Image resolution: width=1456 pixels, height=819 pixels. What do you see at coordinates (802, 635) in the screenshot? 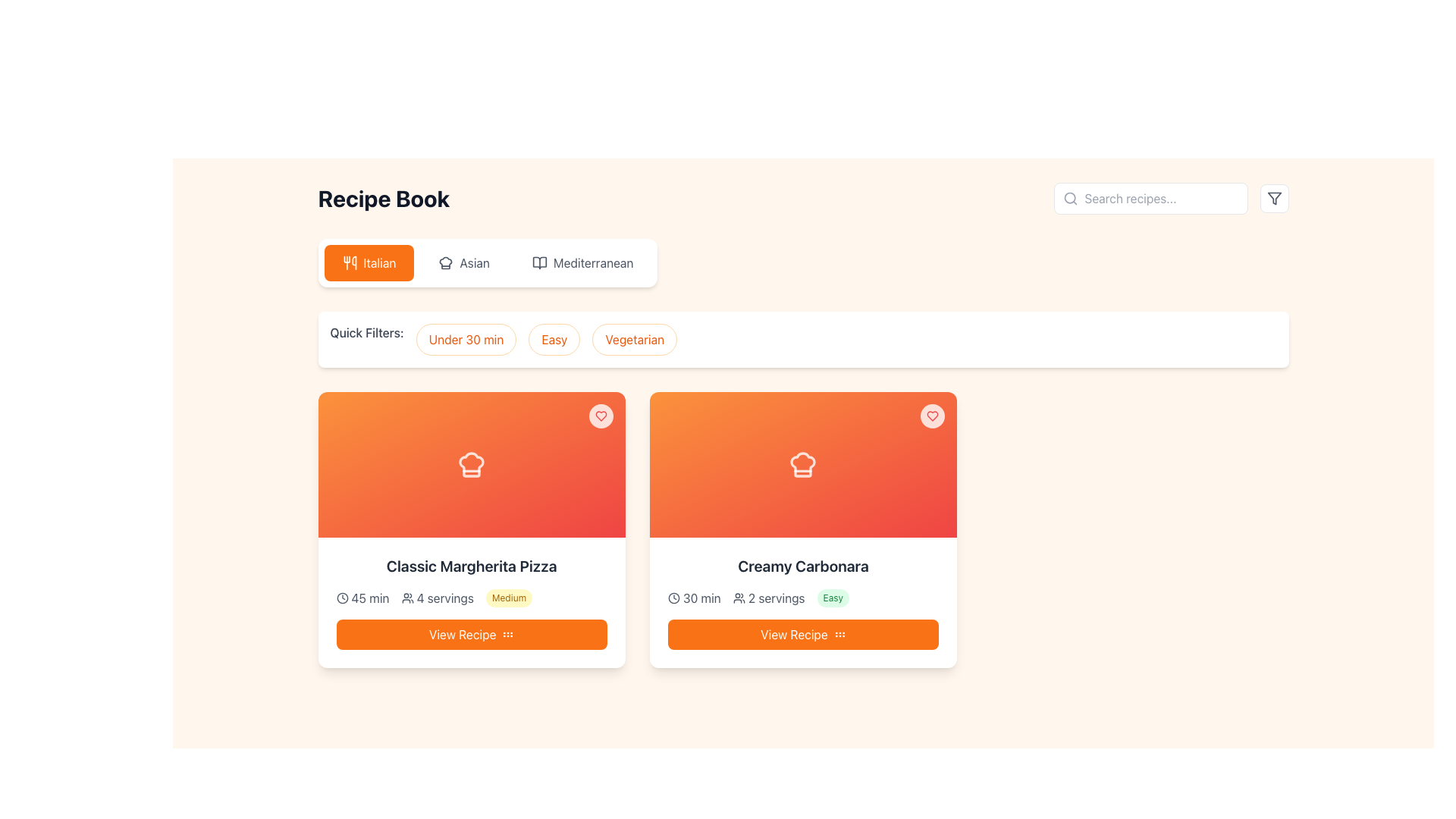
I see `the button located at the bottom center of the 'Creamy Carbonara' recipe card` at bounding box center [802, 635].